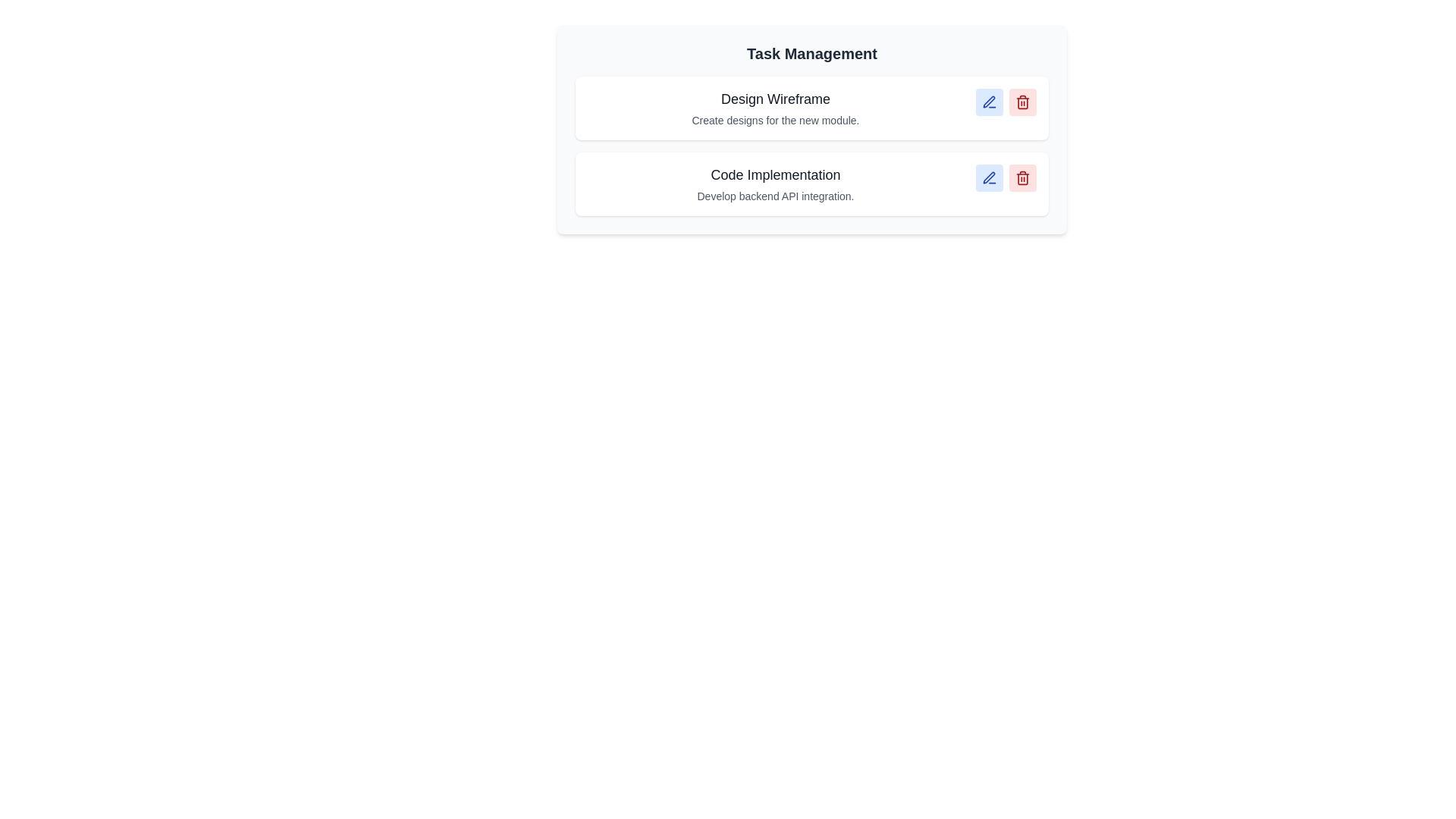 This screenshot has height=819, width=1456. What do you see at coordinates (1022, 102) in the screenshot?
I see `delete button next to the task titled 'Design Wireframe' to remove it` at bounding box center [1022, 102].